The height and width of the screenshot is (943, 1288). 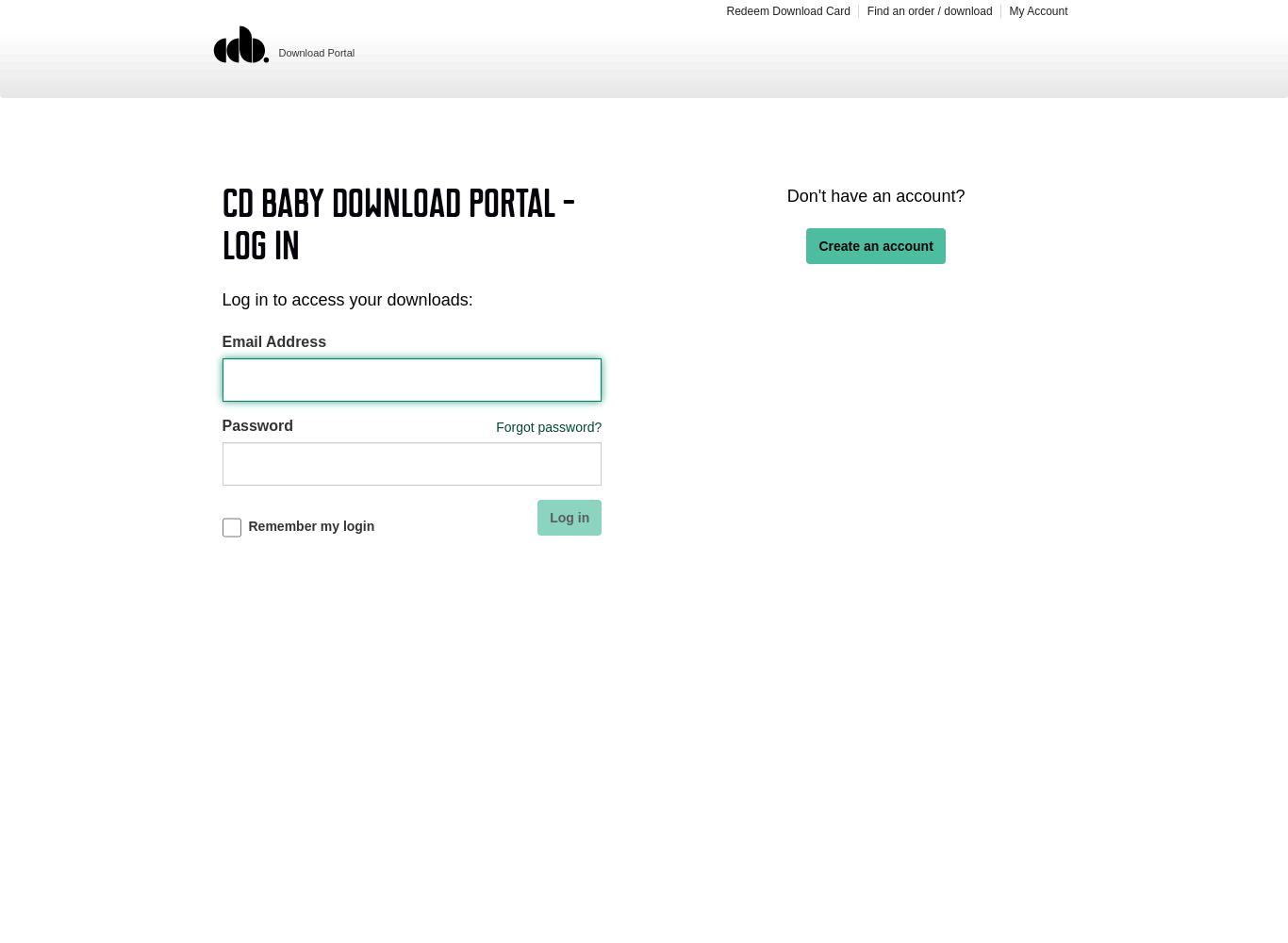 What do you see at coordinates (316, 53) in the screenshot?
I see `'Download Portal'` at bounding box center [316, 53].